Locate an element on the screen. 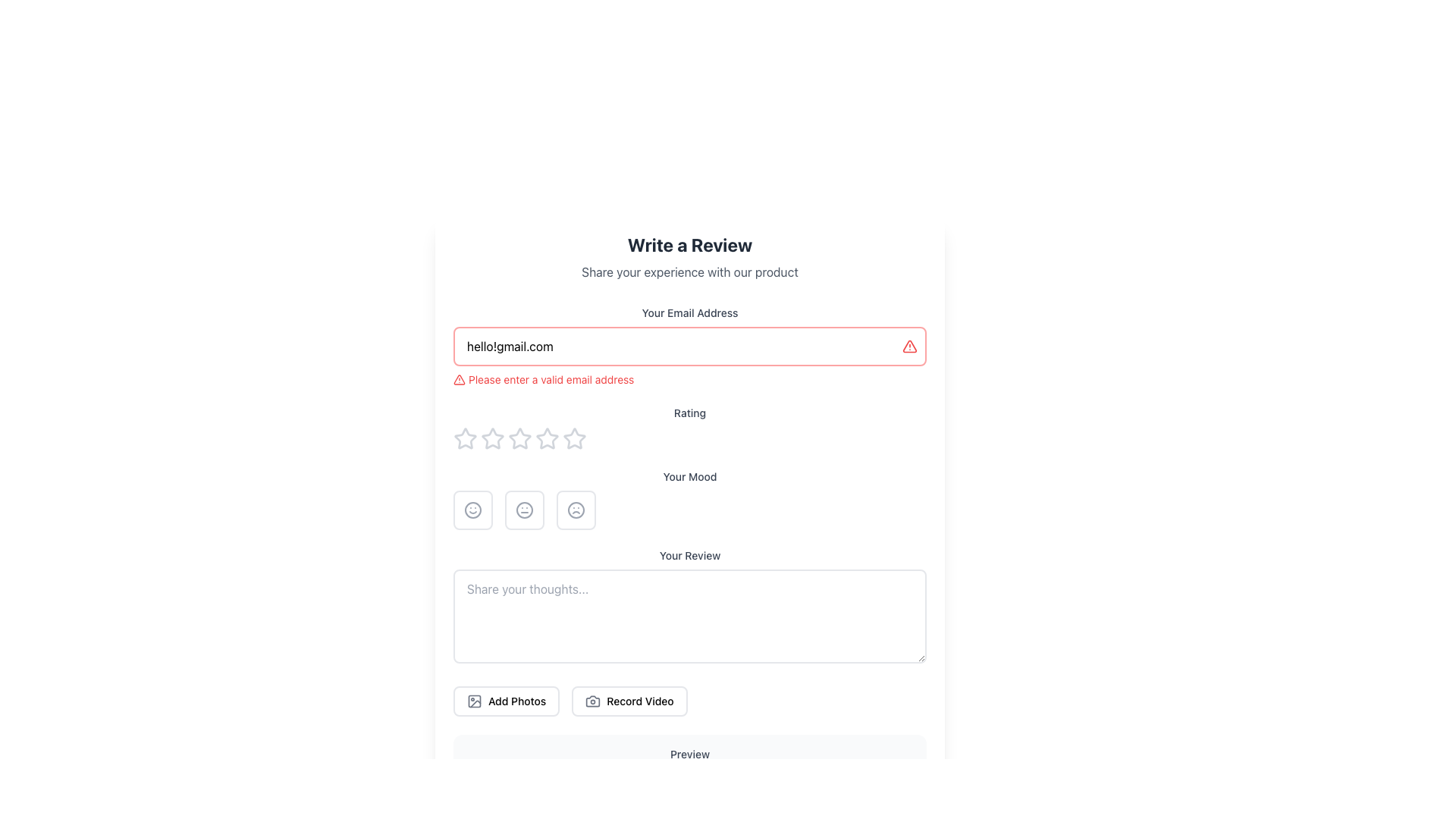 The height and width of the screenshot is (819, 1456). the second star icon in the rating bar by sending keyboard input since it is focusable is located at coordinates (492, 438).